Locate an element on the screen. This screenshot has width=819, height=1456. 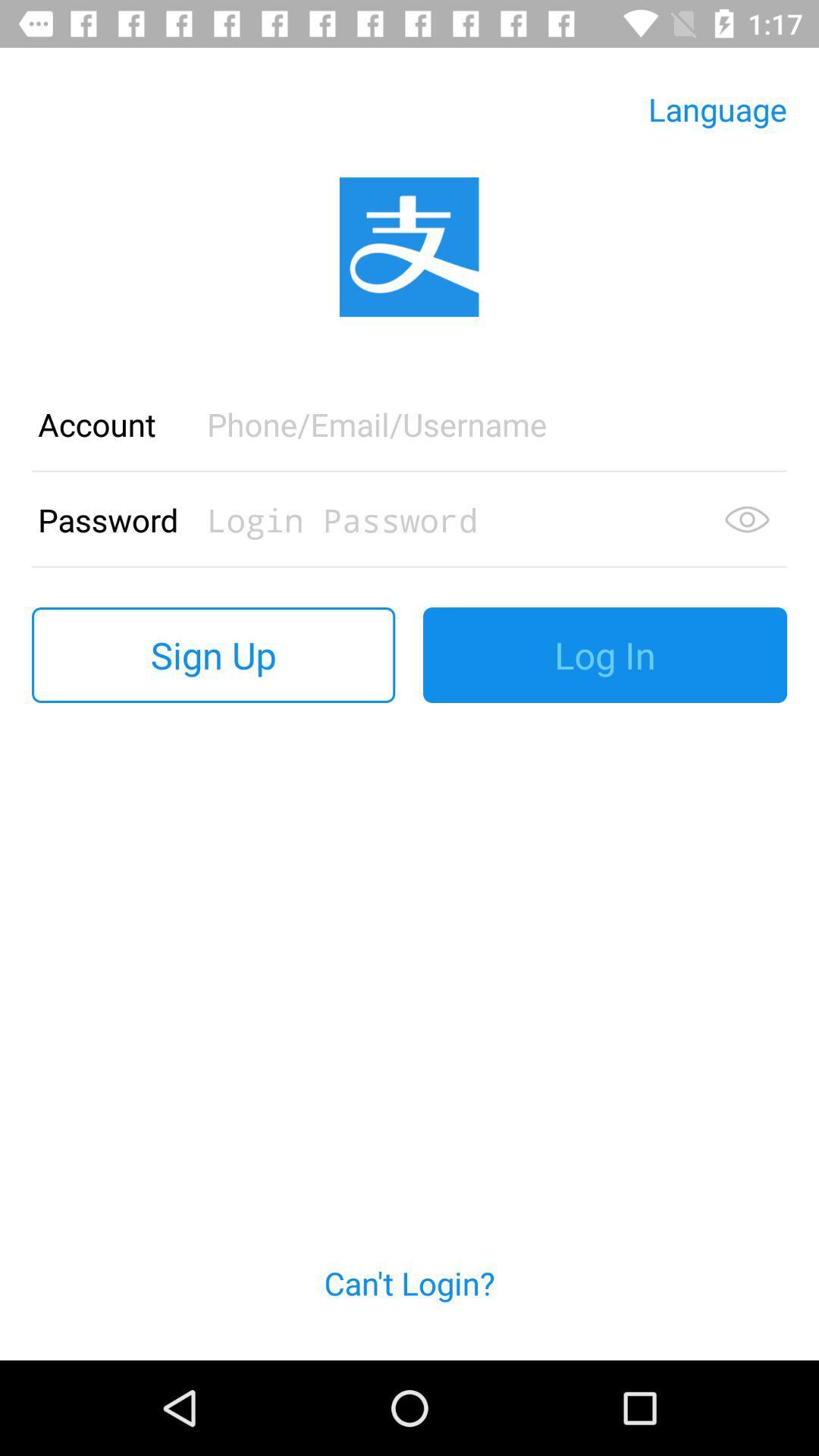
the item below password icon is located at coordinates (213, 655).